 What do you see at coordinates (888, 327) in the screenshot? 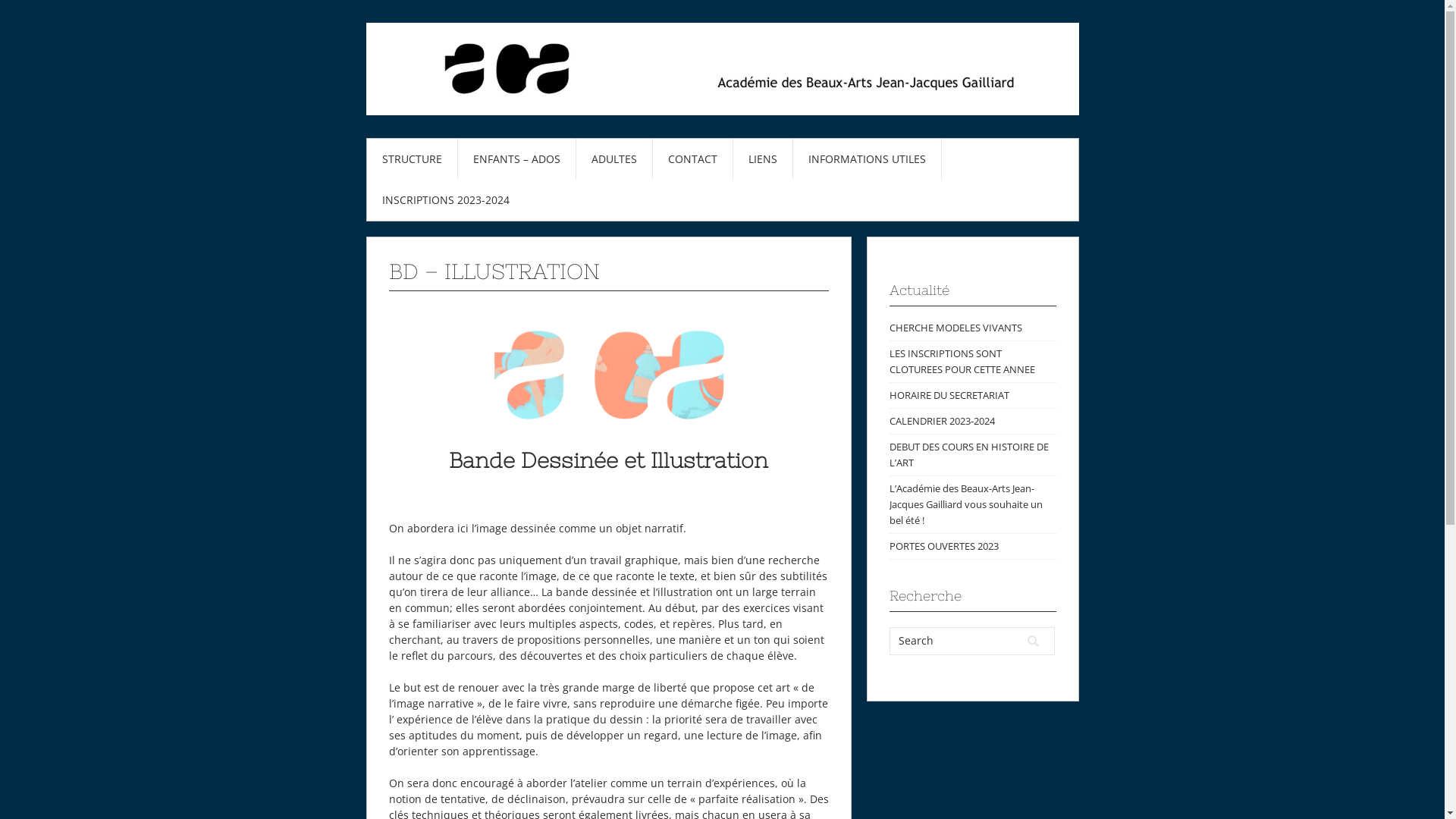
I see `'CHERCHE MODELES VIVANTS'` at bounding box center [888, 327].